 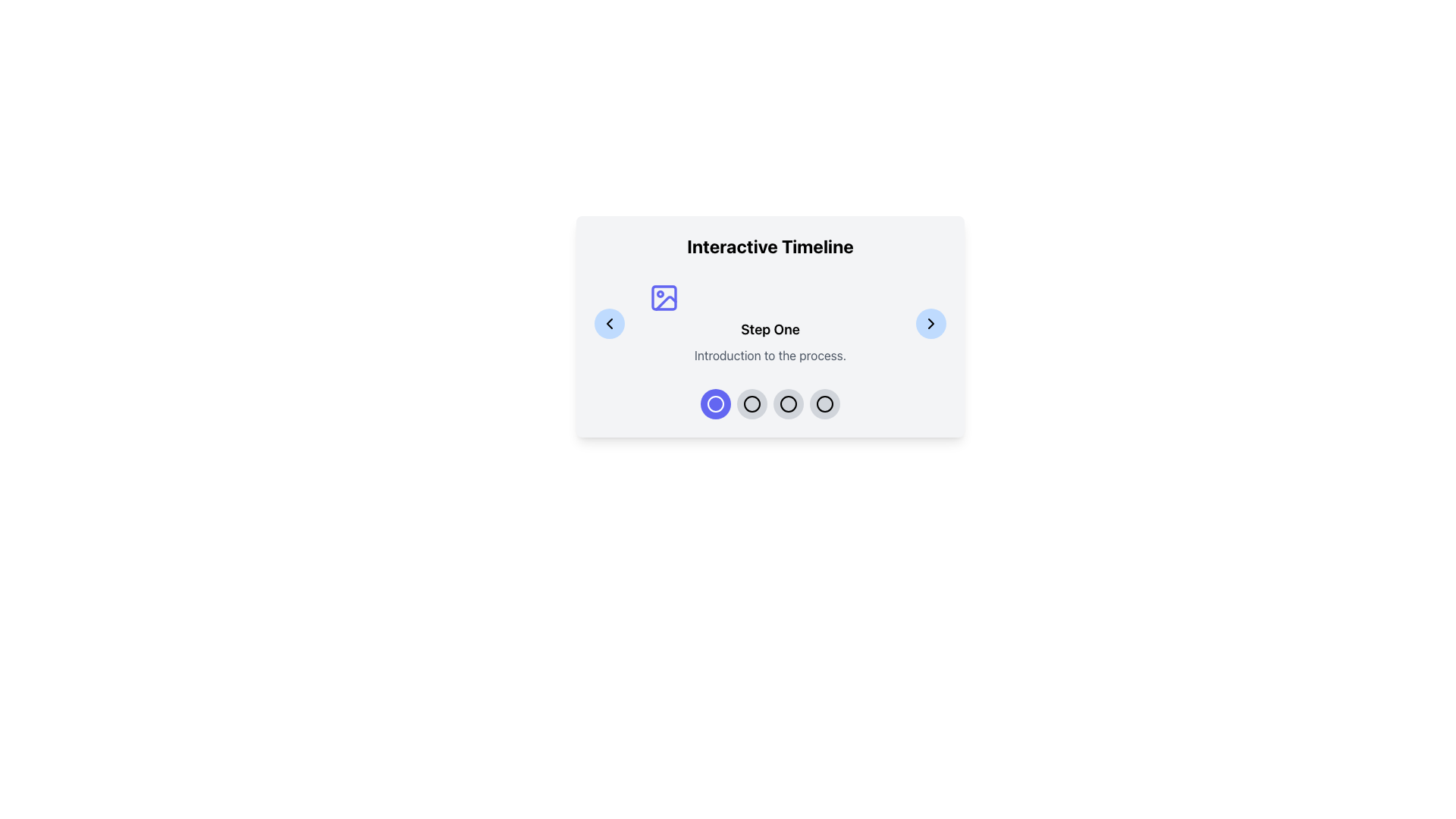 What do you see at coordinates (715, 403) in the screenshot?
I see `the first circular interactive step indicator with a filled blue background and white border` at bounding box center [715, 403].